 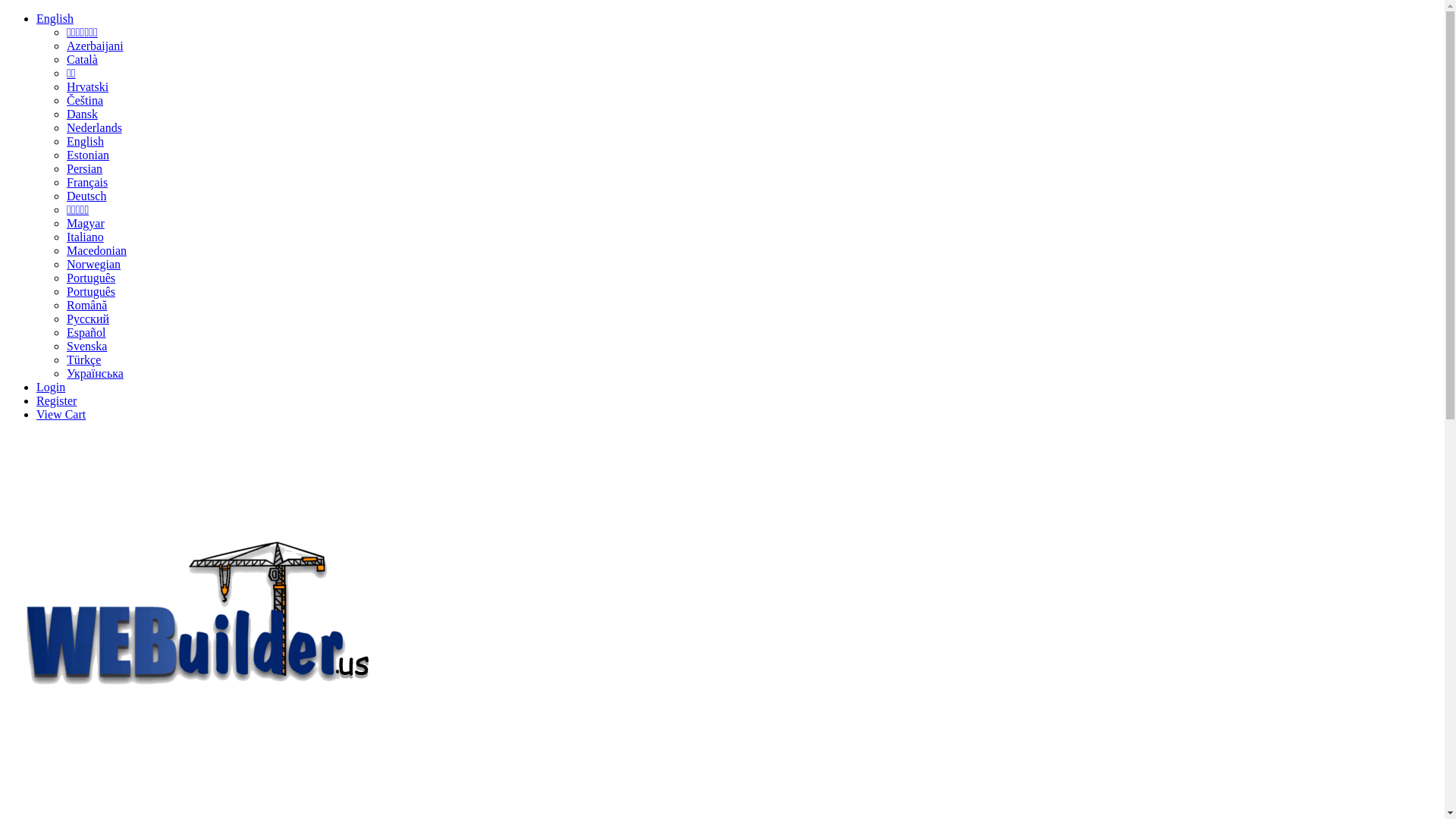 What do you see at coordinates (55, 18) in the screenshot?
I see `'English'` at bounding box center [55, 18].